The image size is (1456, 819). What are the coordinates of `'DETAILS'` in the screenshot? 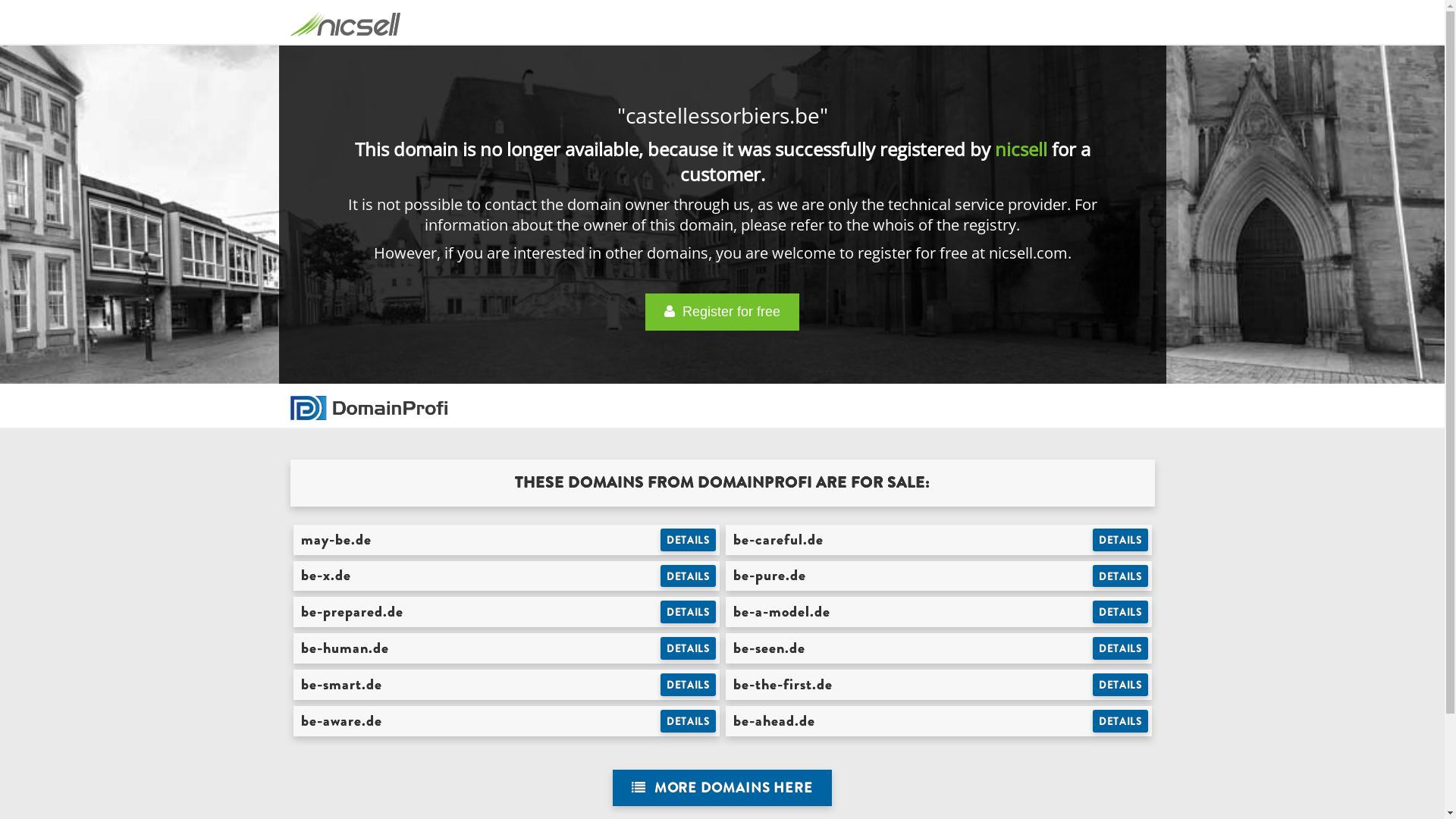 It's located at (687, 610).